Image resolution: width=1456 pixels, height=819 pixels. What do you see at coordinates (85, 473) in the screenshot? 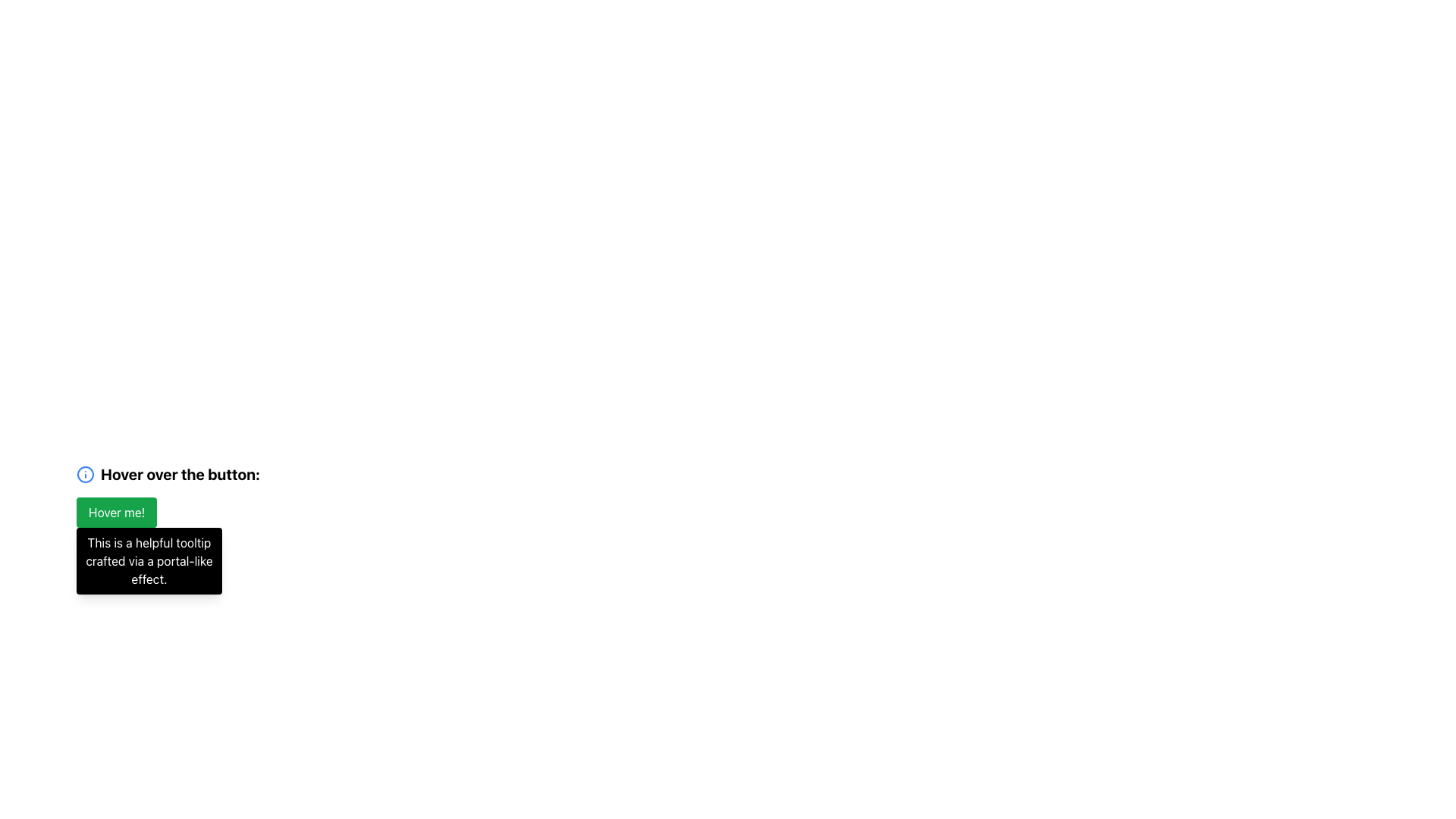
I see `the information icon, which is a blue circle with a white background and resembles the letter 'i', located to the left of the text 'Hover over the button:'` at bounding box center [85, 473].